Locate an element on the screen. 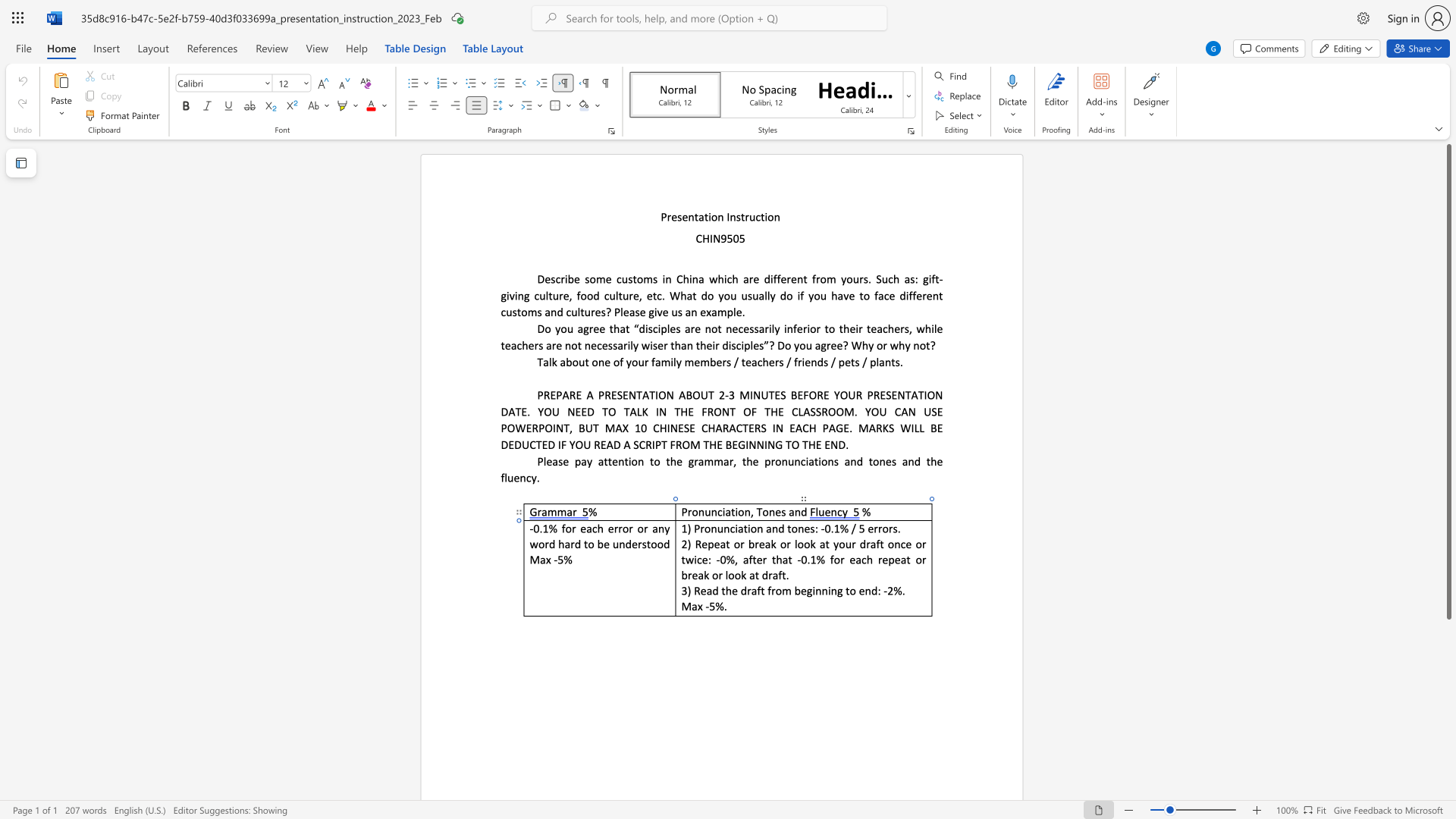 The height and width of the screenshot is (819, 1456). the 2th character "o" in the text is located at coordinates (626, 528).